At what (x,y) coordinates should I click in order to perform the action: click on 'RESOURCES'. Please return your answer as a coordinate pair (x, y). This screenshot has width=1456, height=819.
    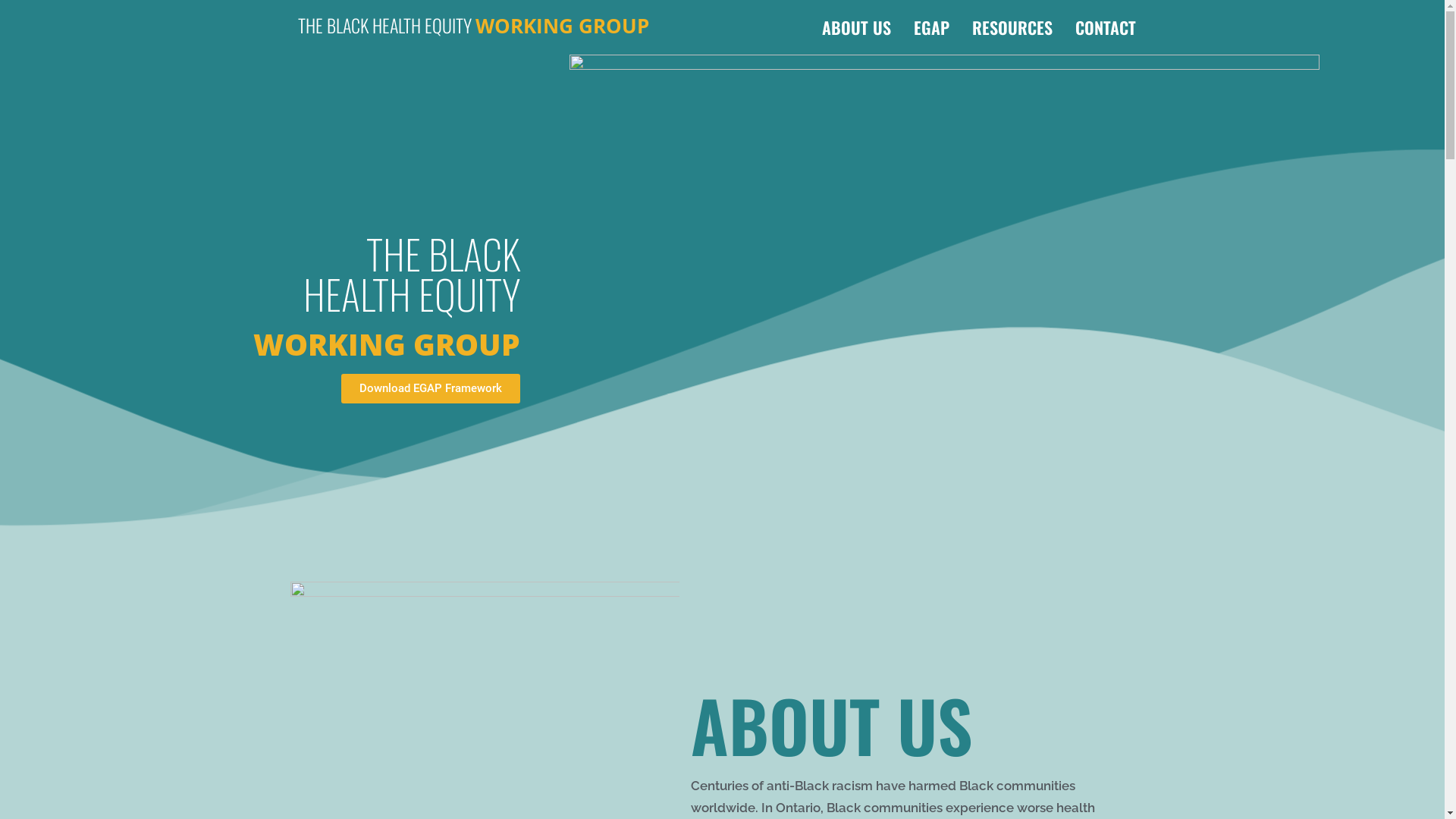
    Looking at the image, I should click on (1012, 27).